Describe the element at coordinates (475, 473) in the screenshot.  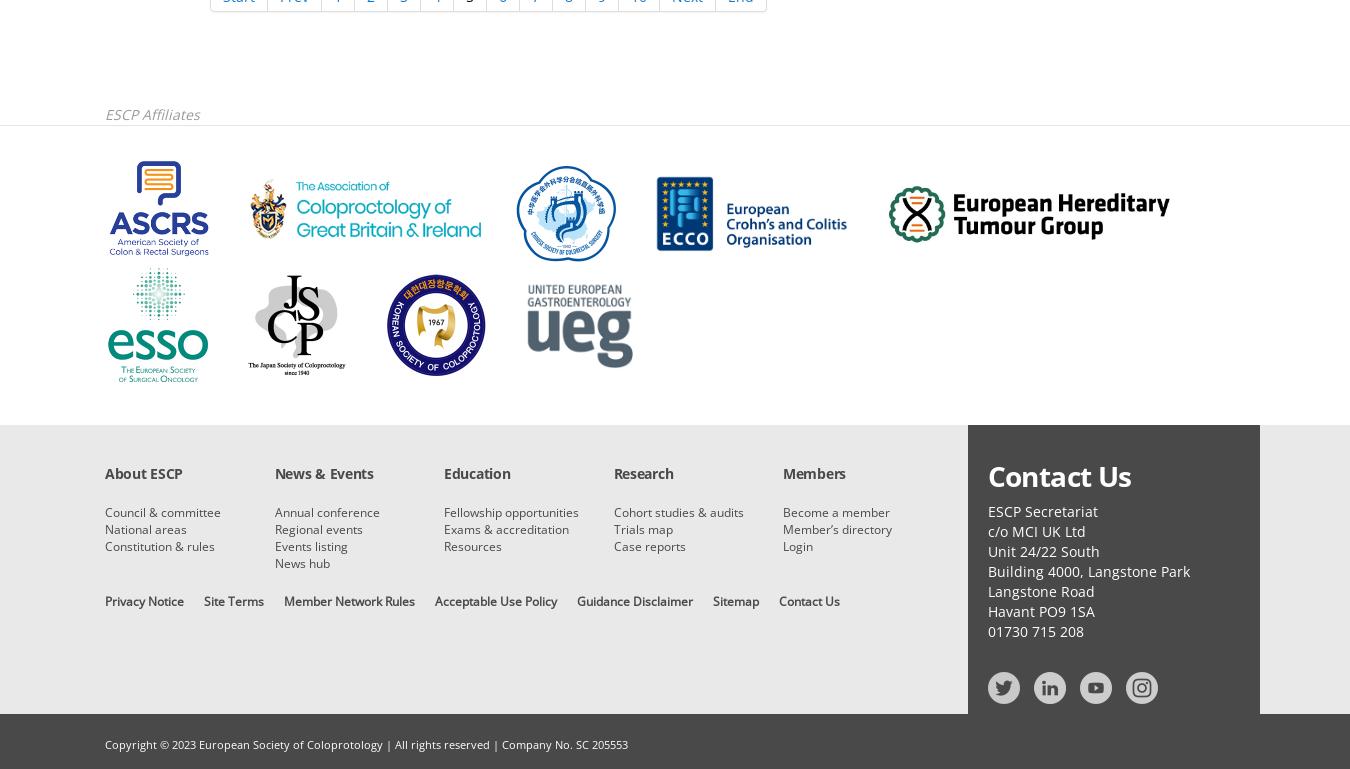
I see `'Education'` at that location.